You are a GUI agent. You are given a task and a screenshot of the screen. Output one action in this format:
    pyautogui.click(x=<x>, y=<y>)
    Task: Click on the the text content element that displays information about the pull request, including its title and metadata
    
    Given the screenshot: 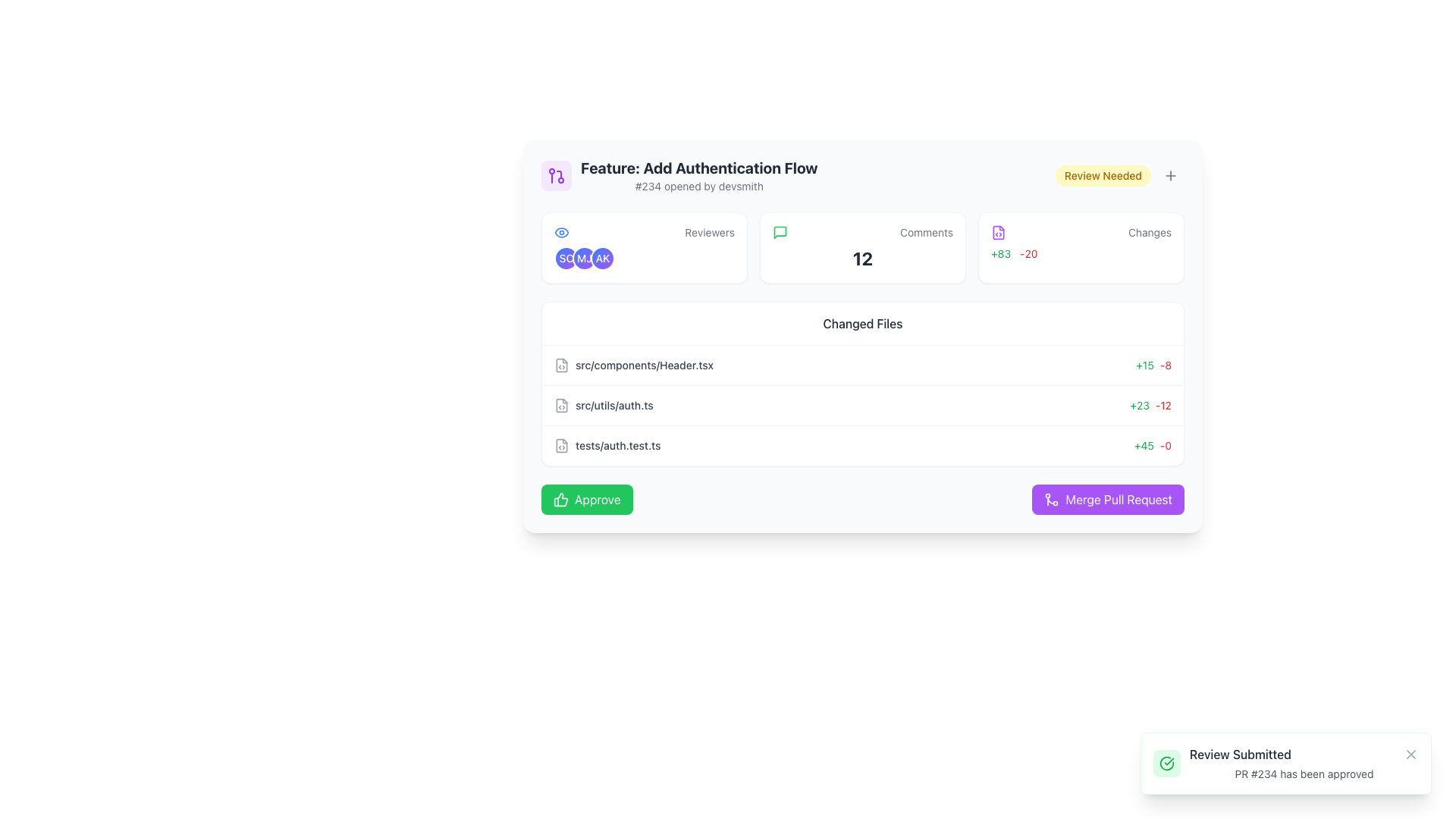 What is the action you would take?
    pyautogui.click(x=679, y=174)
    